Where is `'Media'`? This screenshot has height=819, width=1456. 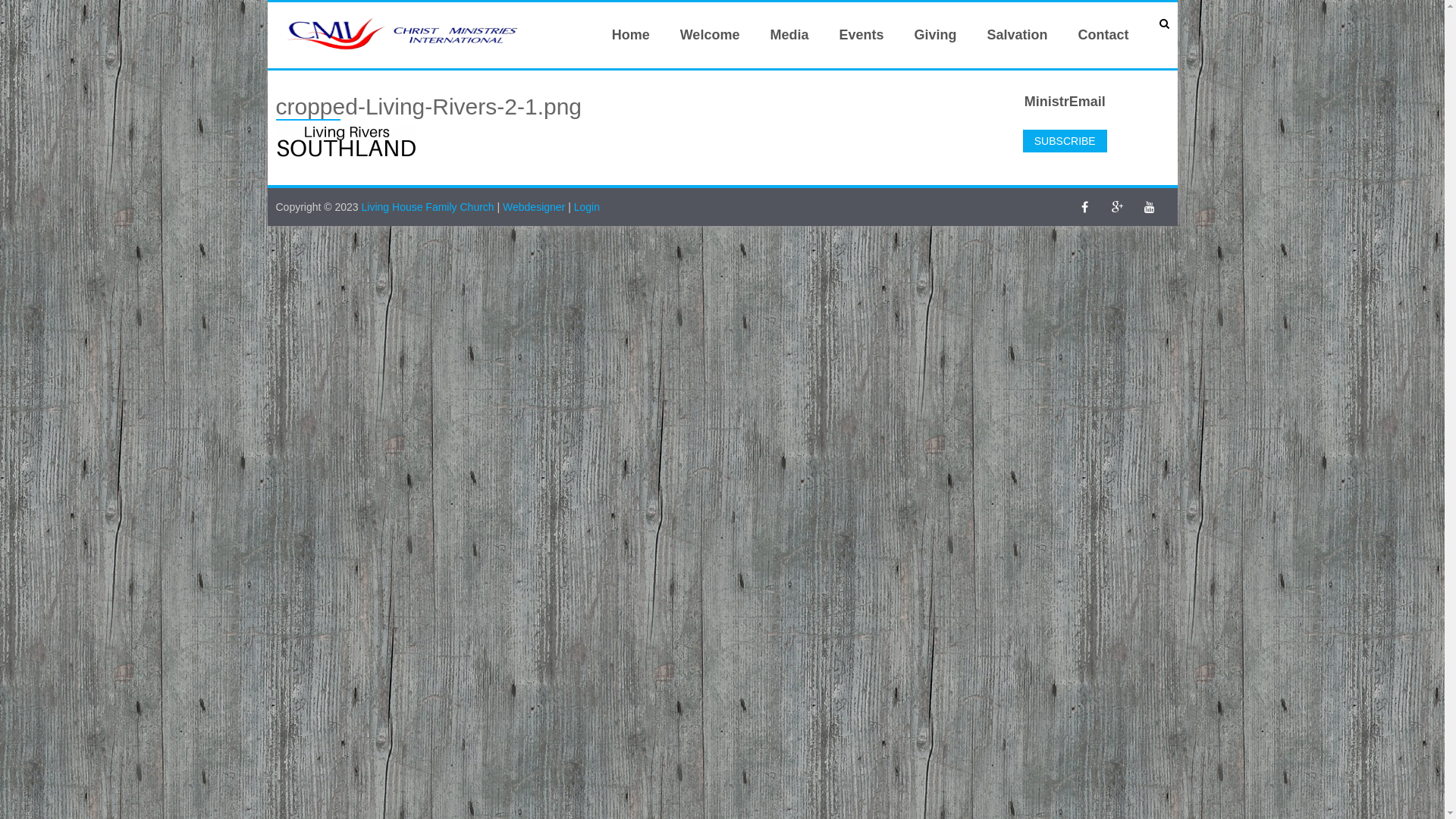
'Media' is located at coordinates (789, 34).